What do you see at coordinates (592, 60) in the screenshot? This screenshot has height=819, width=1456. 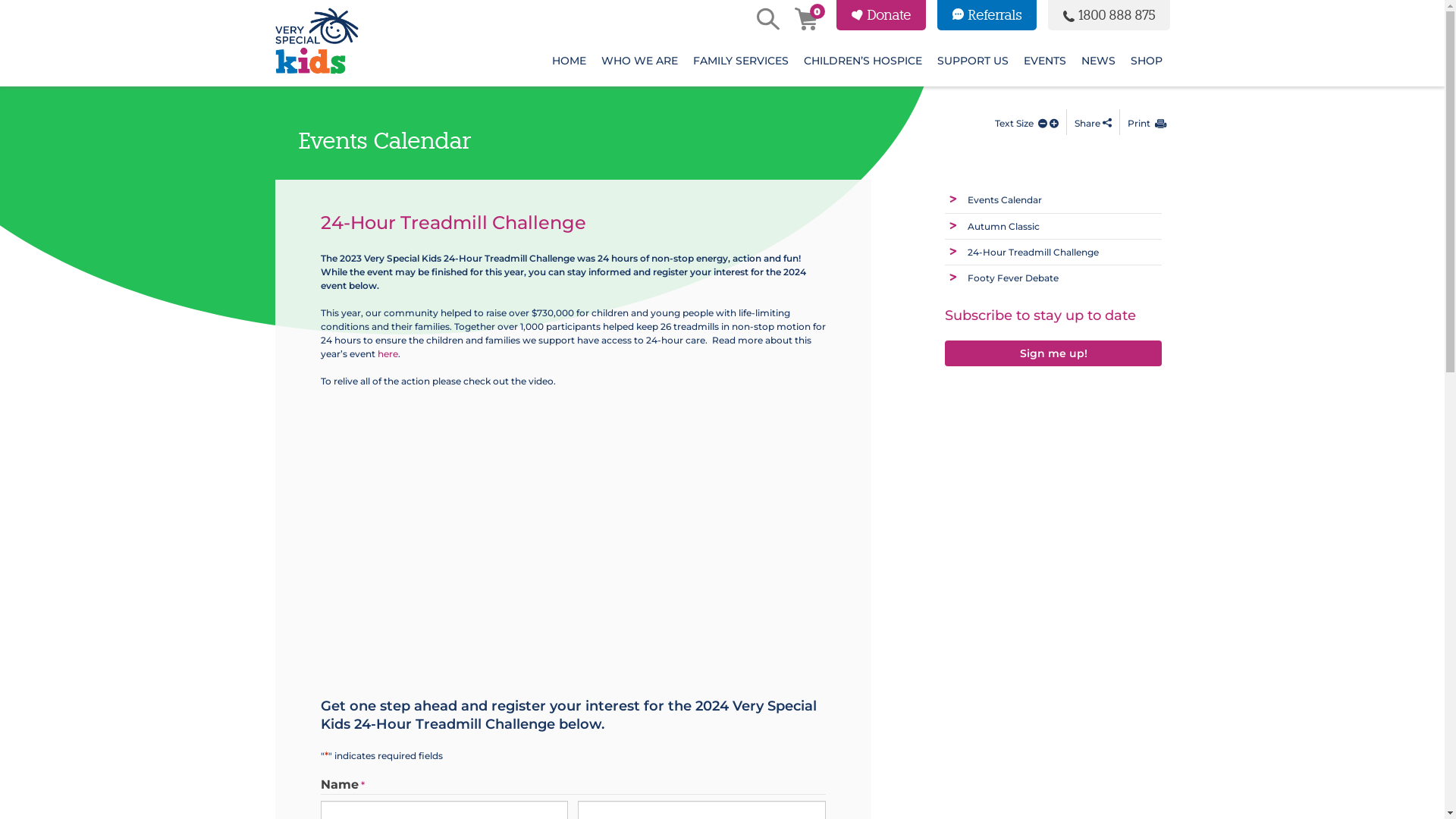 I see `'WHO WE ARE'` at bounding box center [592, 60].